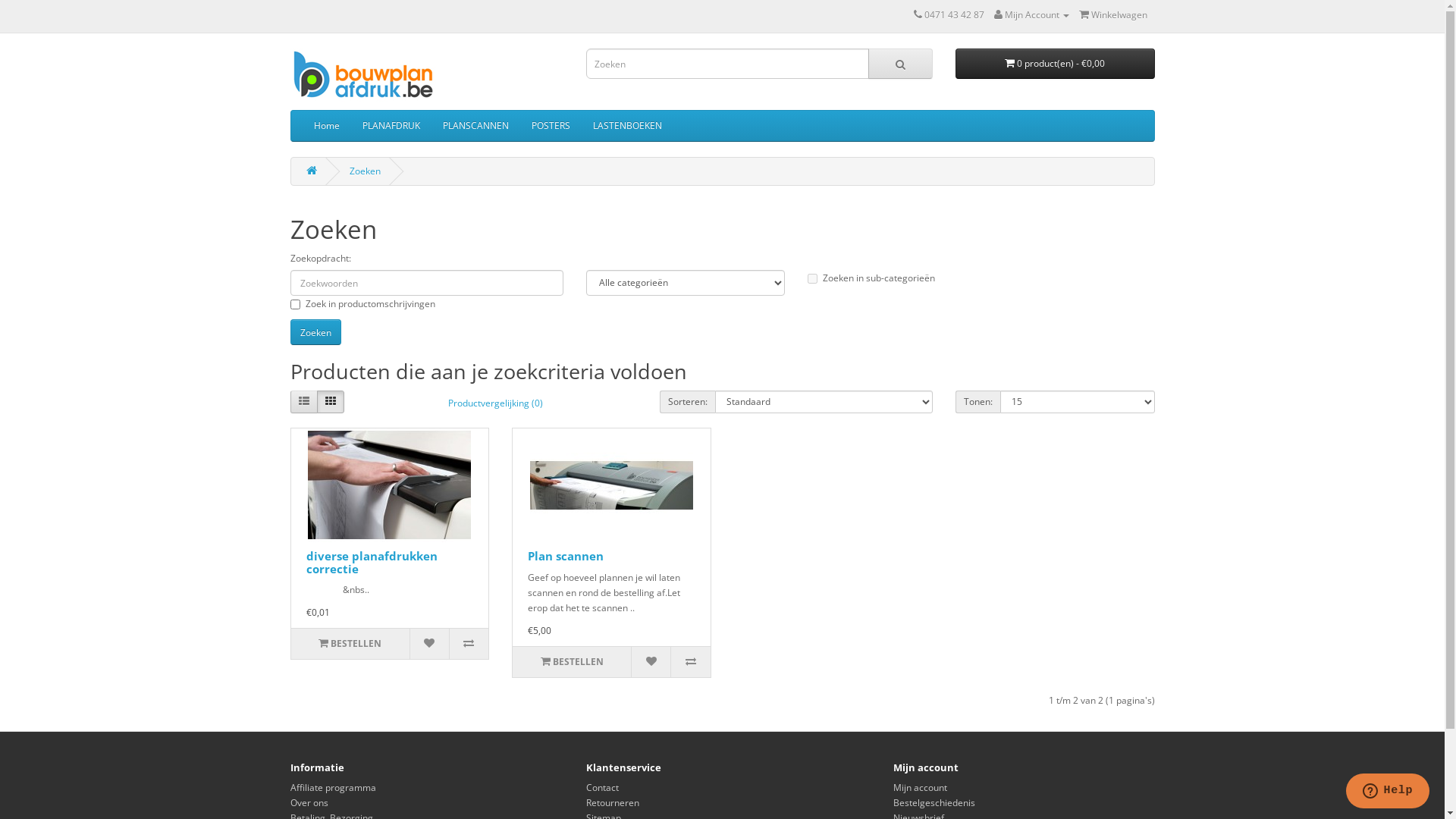 The width and height of the screenshot is (1456, 819). What do you see at coordinates (934, 802) in the screenshot?
I see `'Bestelgeschiedenis'` at bounding box center [934, 802].